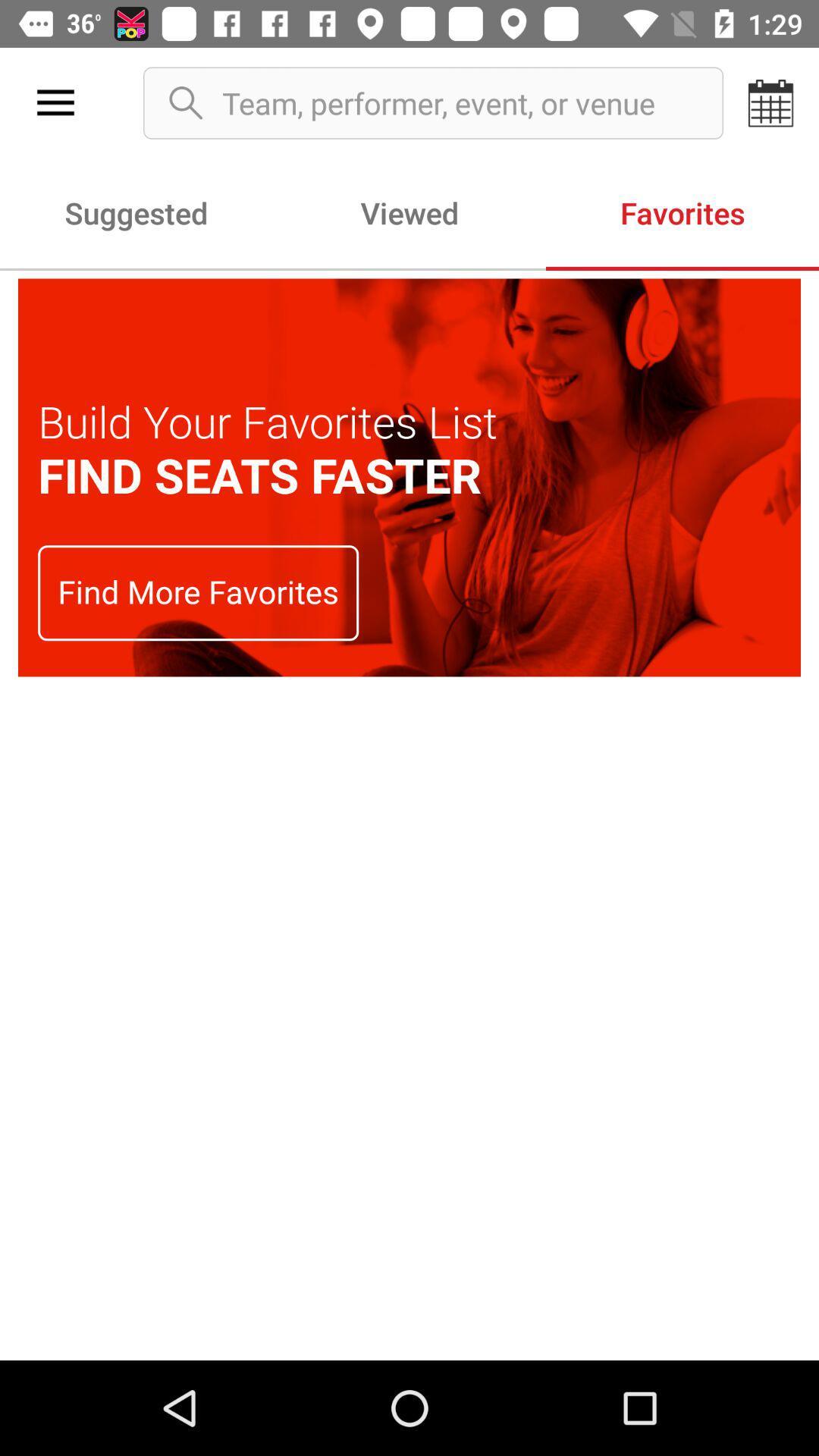 The height and width of the screenshot is (1456, 819). What do you see at coordinates (197, 592) in the screenshot?
I see `the find more favorites item` at bounding box center [197, 592].